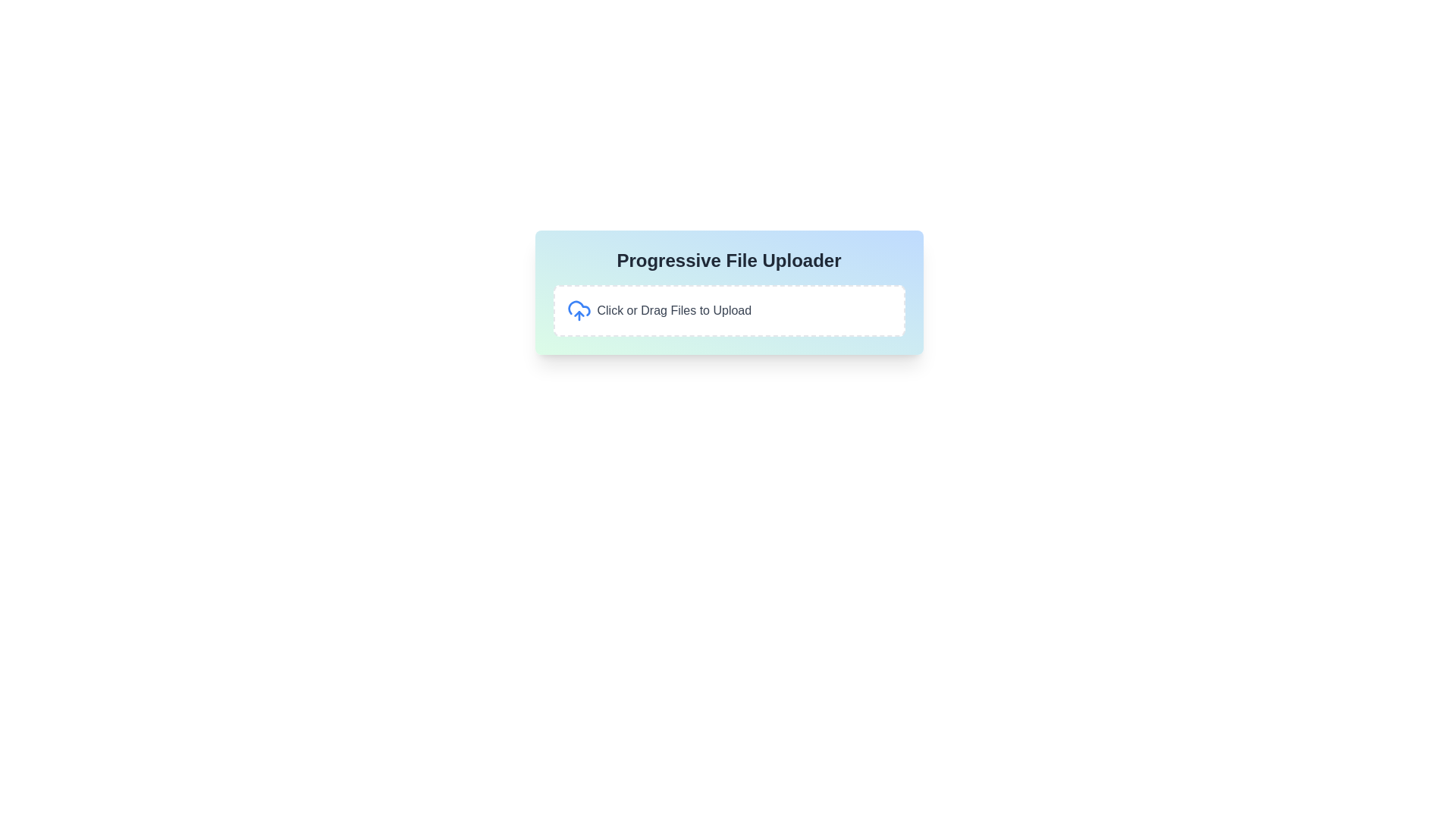 The height and width of the screenshot is (819, 1456). I want to click on the File upload area within the 'Progressive File Uploader' card, so click(729, 309).